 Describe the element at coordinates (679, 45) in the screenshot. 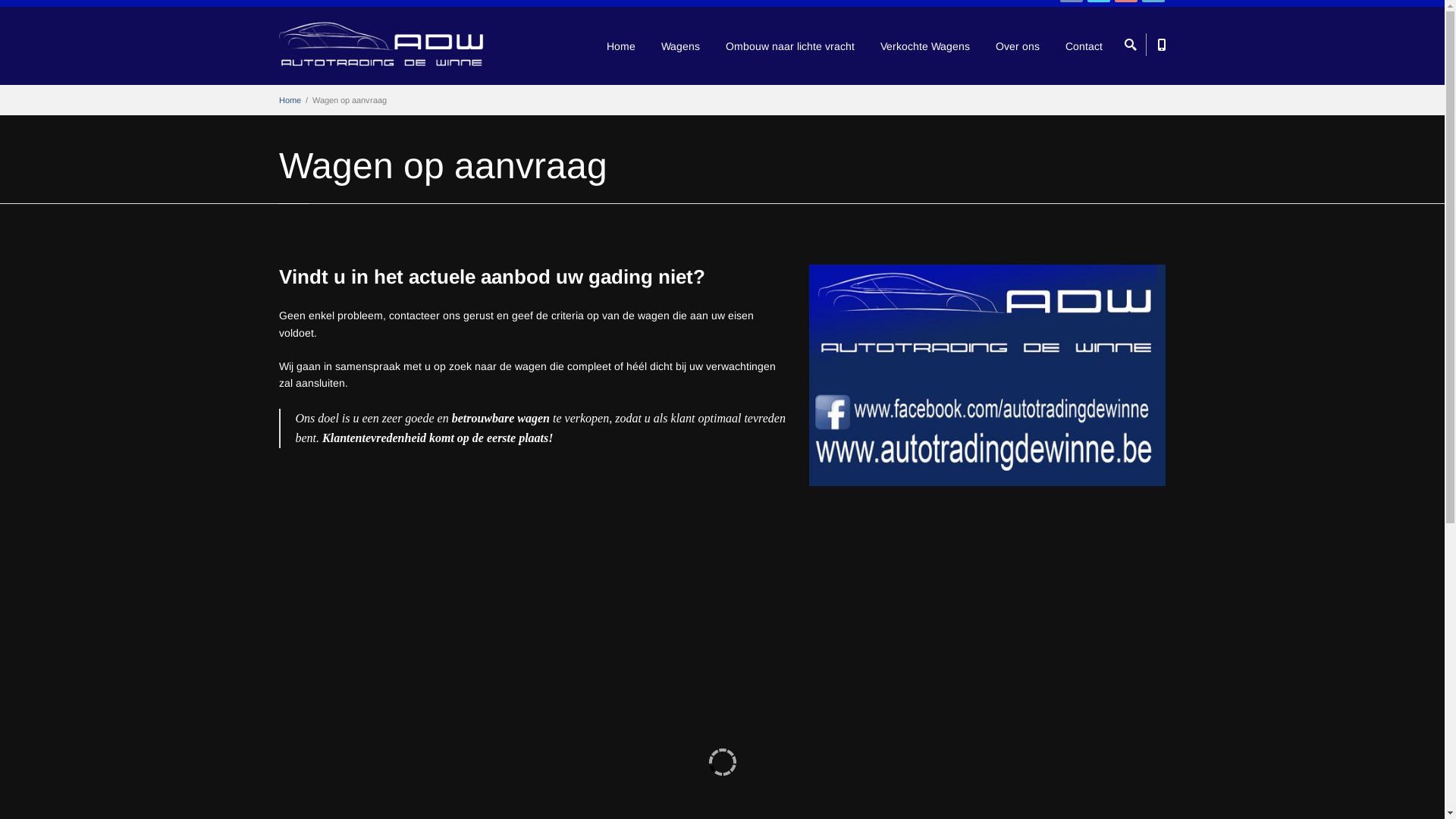

I see `'Wagens'` at that location.